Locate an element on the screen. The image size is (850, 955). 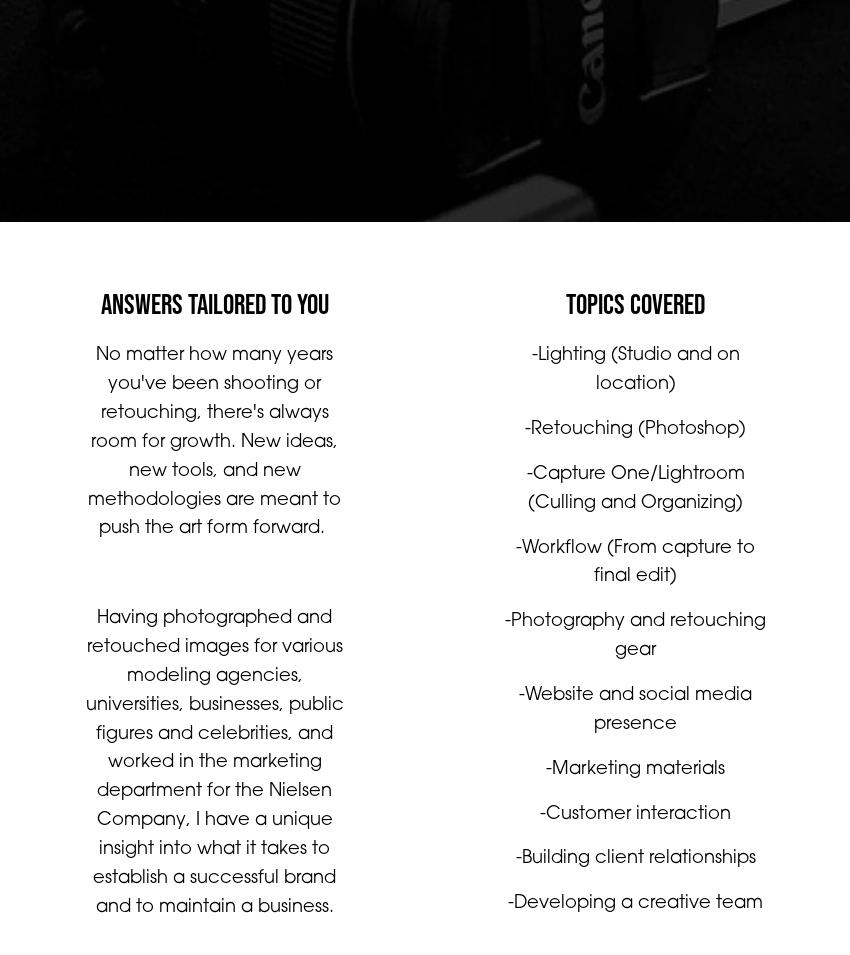
'-Building client relationships' is located at coordinates (634, 878).